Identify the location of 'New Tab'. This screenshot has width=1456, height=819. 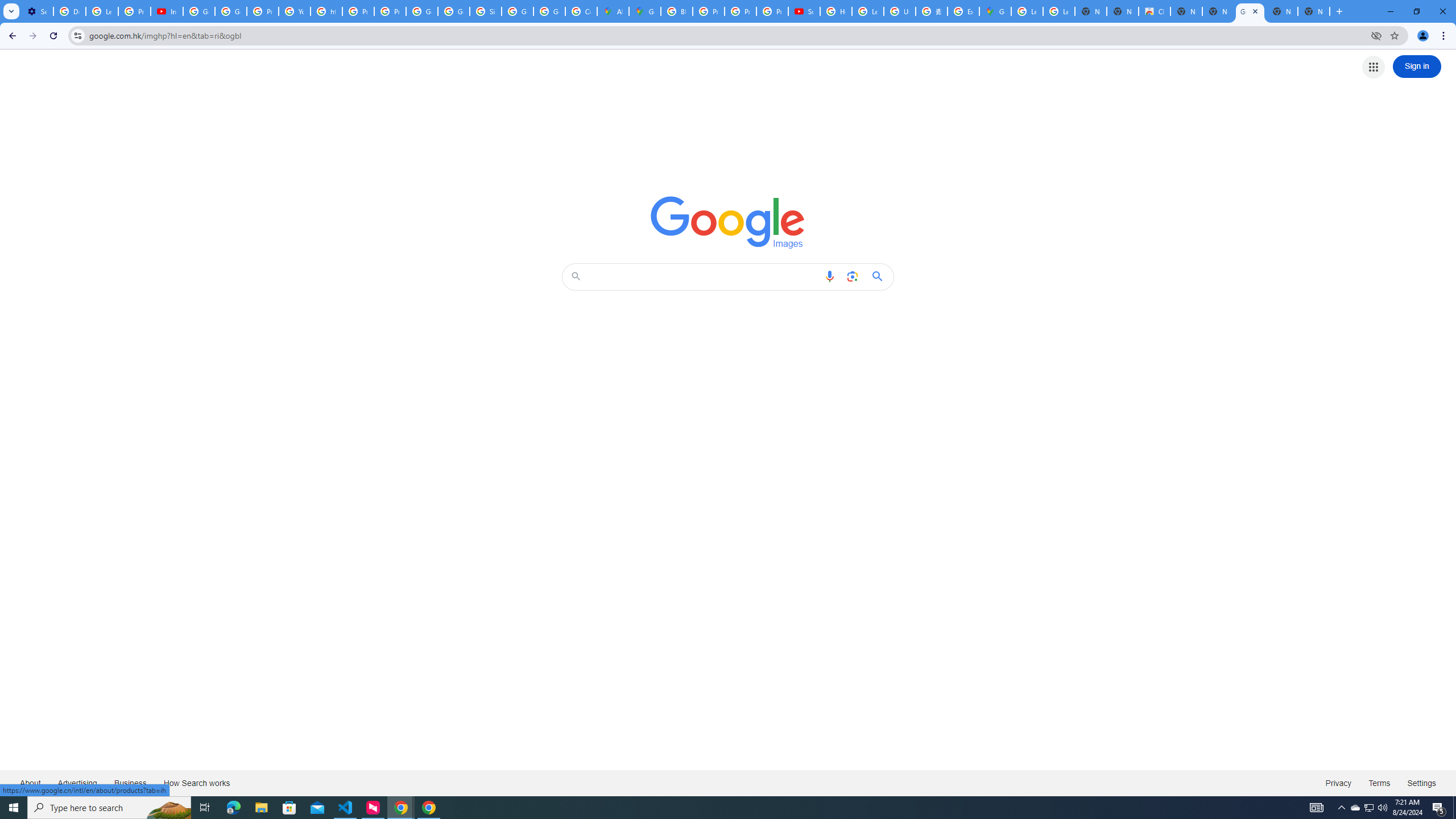
(1314, 11).